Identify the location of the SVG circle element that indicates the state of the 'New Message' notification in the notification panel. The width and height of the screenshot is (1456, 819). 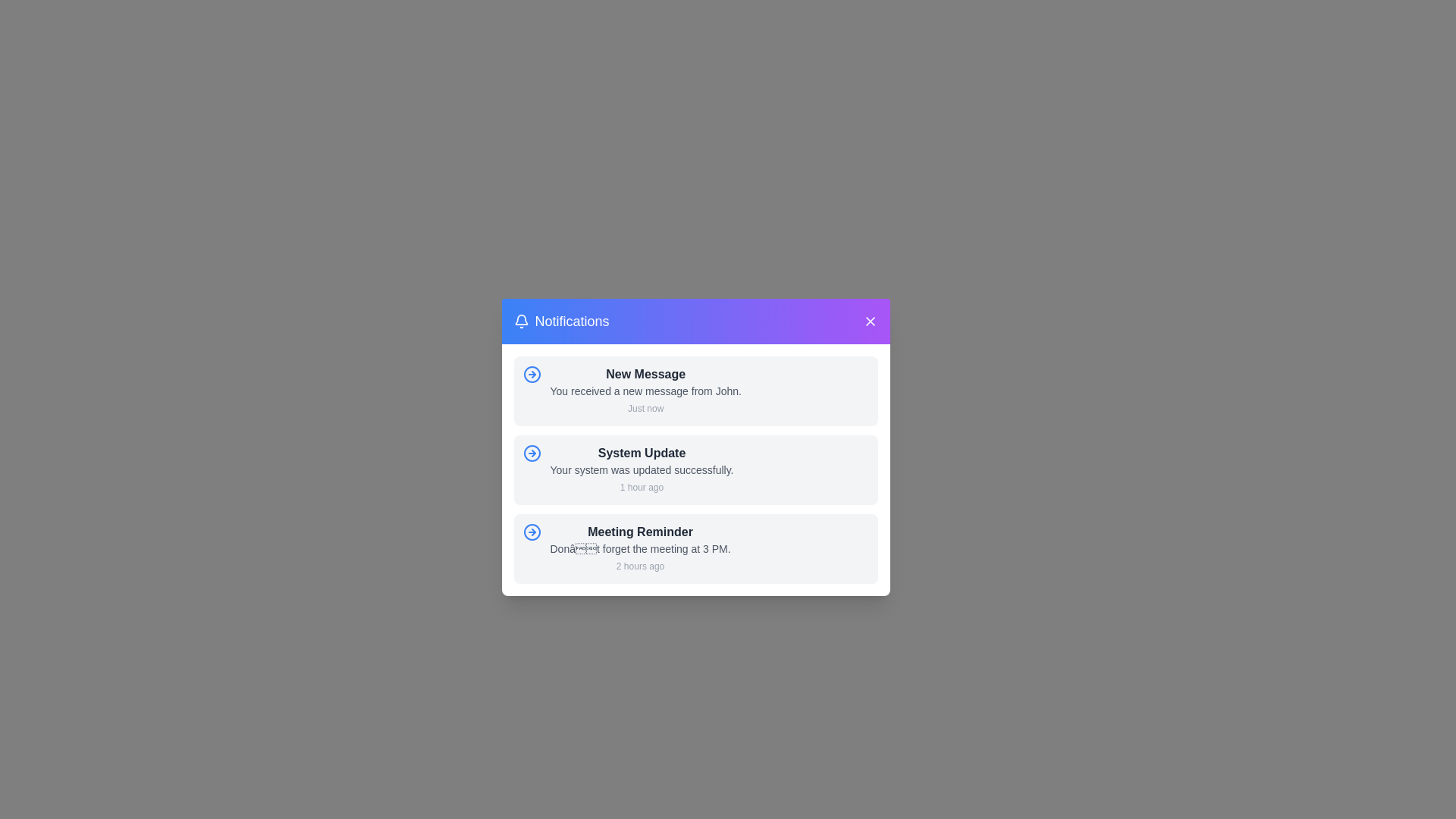
(532, 452).